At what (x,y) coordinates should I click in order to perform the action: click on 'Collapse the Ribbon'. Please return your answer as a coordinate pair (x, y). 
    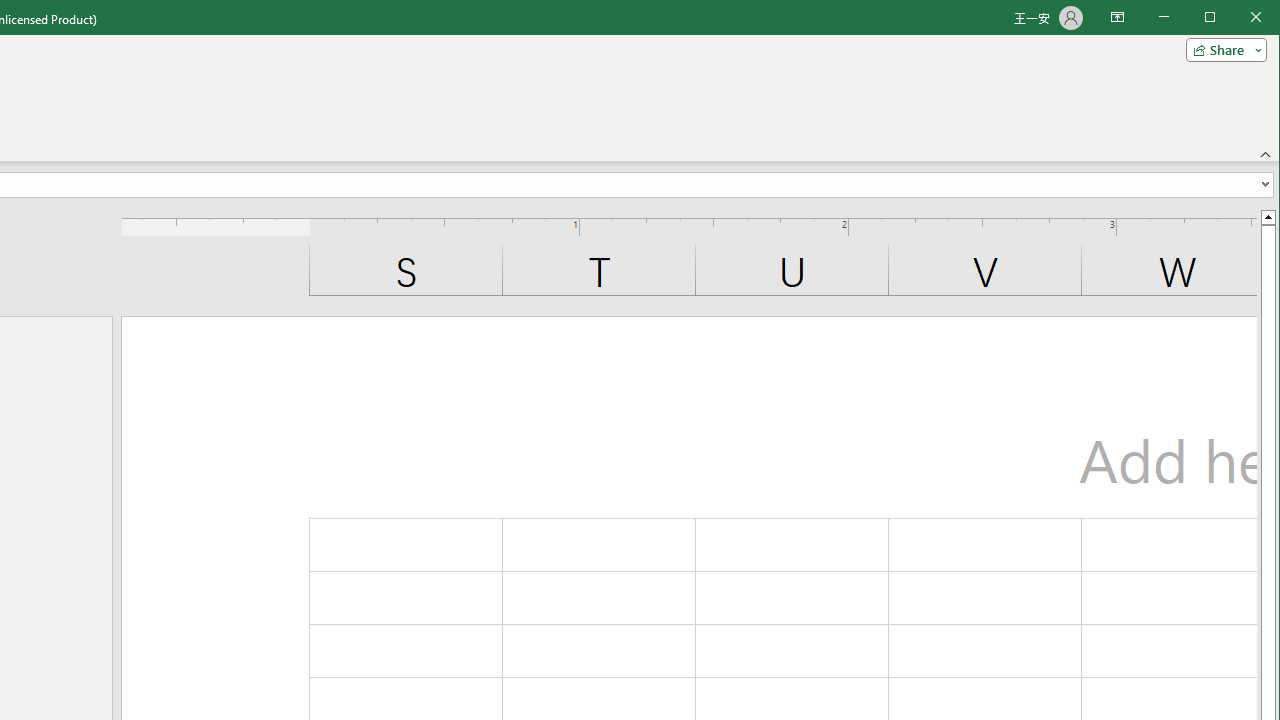
    Looking at the image, I should click on (1265, 153).